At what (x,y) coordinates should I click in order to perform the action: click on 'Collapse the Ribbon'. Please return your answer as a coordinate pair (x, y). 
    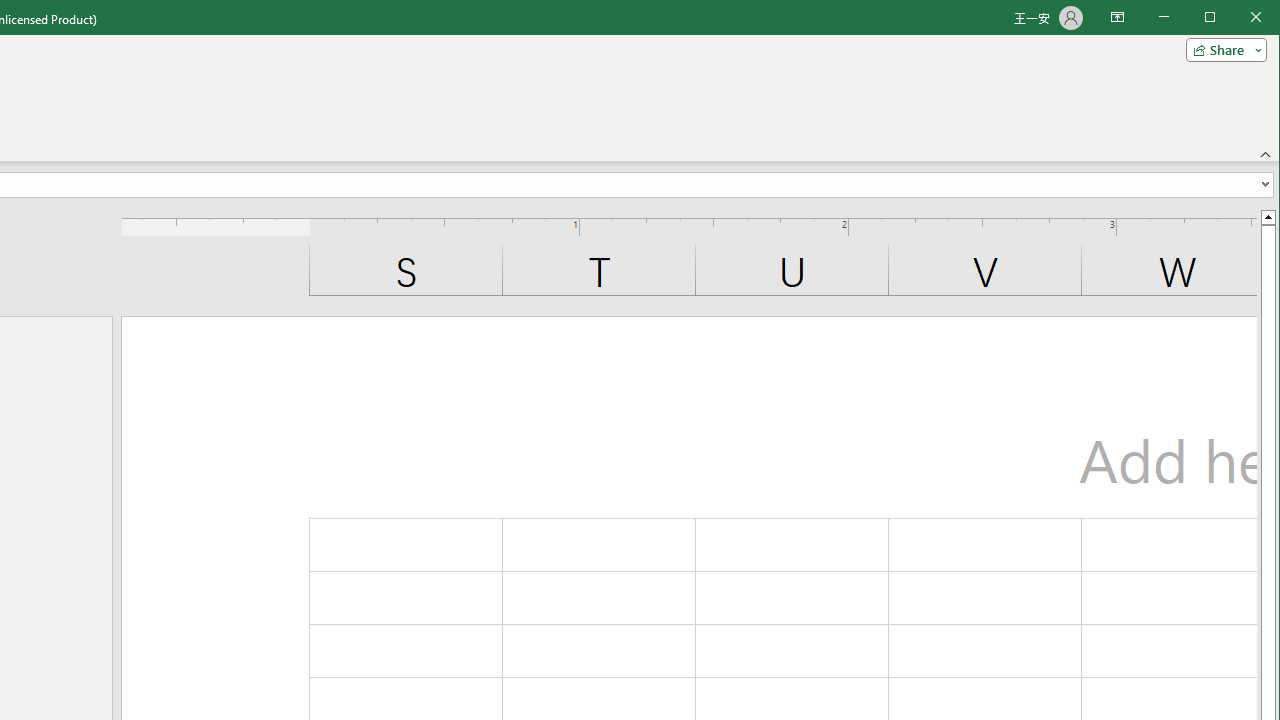
    Looking at the image, I should click on (1265, 153).